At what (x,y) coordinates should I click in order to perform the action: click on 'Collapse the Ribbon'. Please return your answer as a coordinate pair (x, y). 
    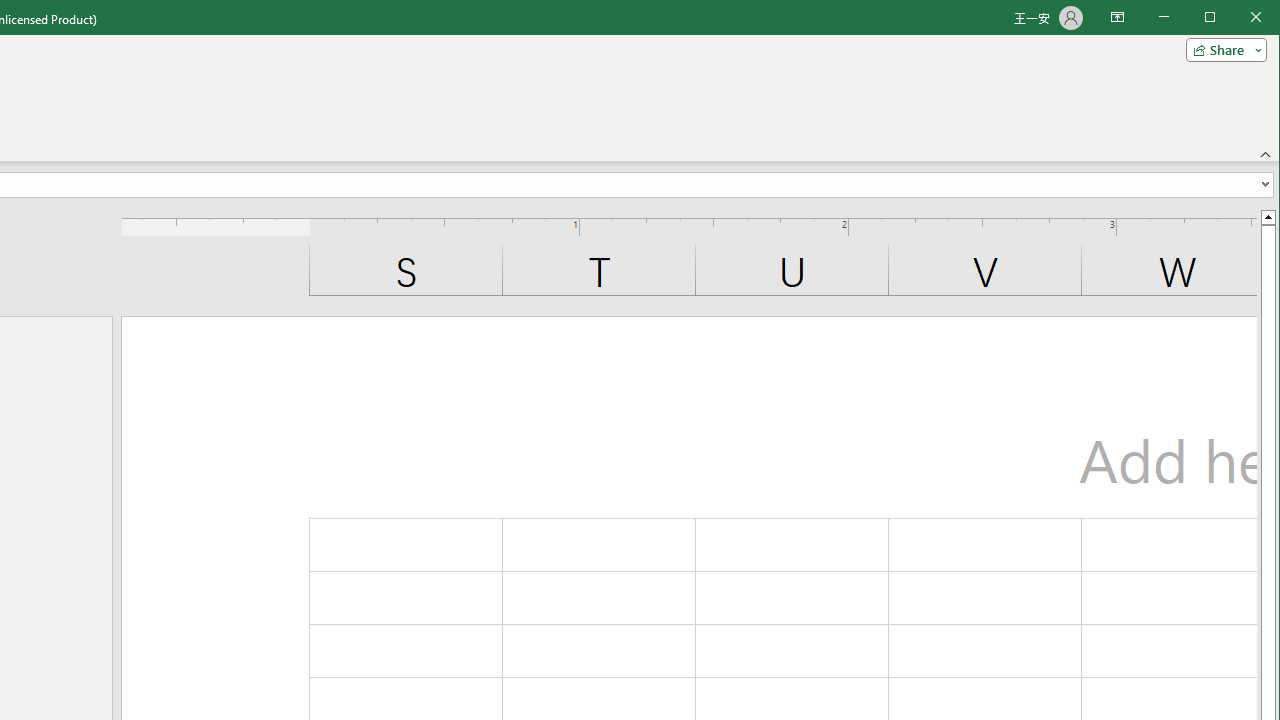
    Looking at the image, I should click on (1265, 153).